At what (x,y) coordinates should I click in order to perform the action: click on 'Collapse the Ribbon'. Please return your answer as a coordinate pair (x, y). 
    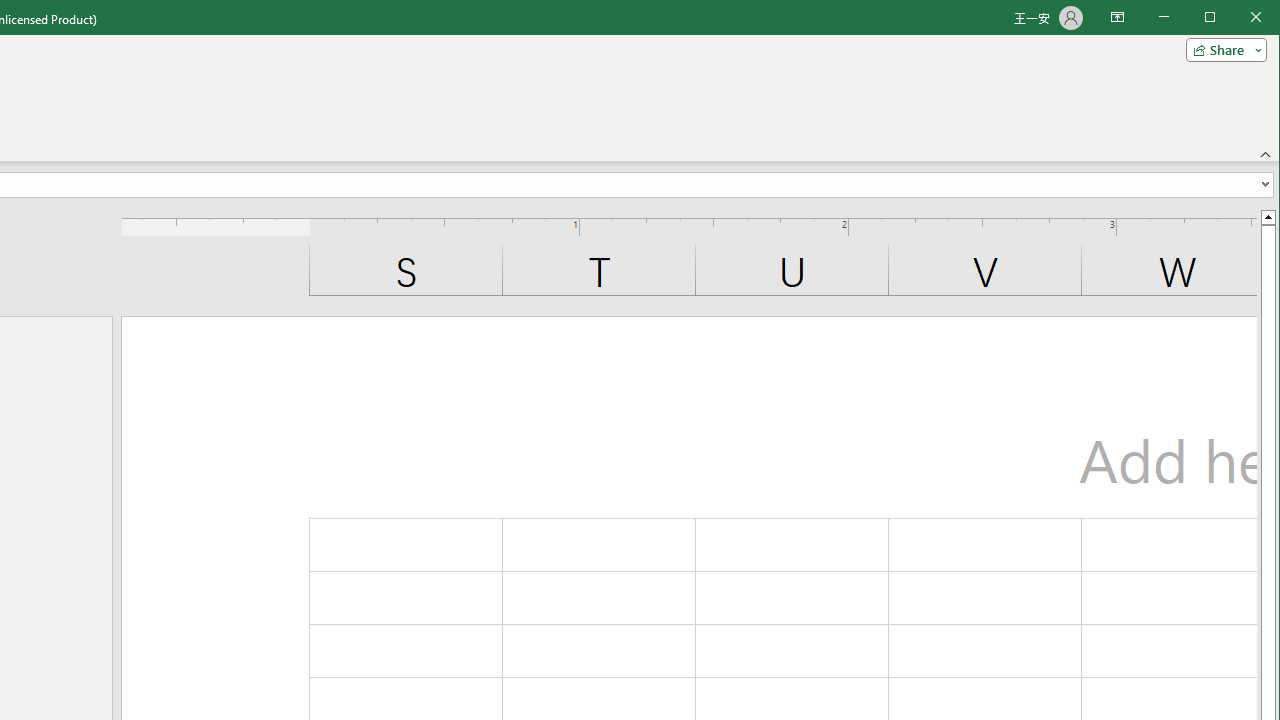
    Looking at the image, I should click on (1265, 153).